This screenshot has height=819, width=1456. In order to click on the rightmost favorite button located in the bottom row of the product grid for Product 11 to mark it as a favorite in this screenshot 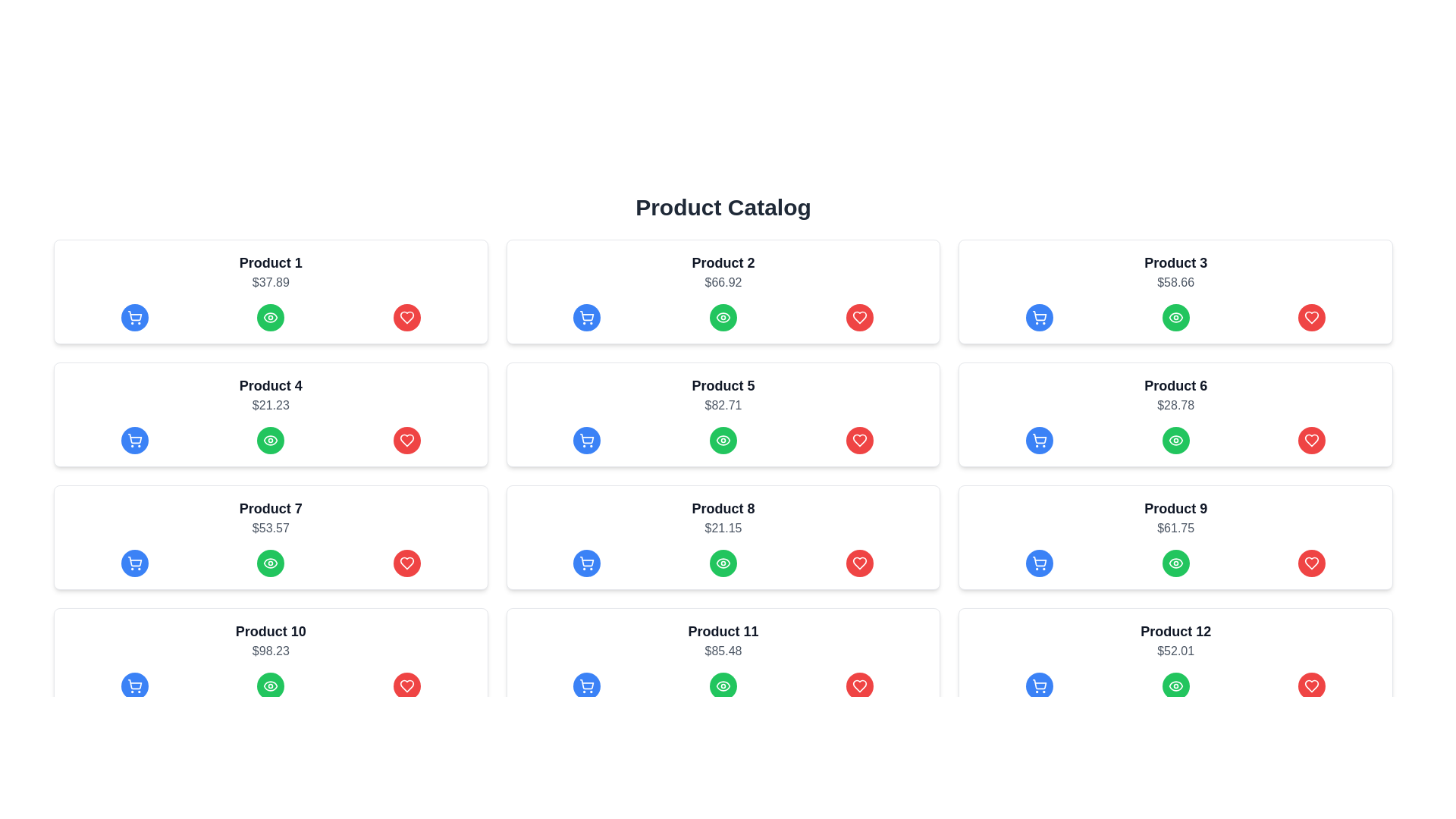, I will do `click(859, 686)`.